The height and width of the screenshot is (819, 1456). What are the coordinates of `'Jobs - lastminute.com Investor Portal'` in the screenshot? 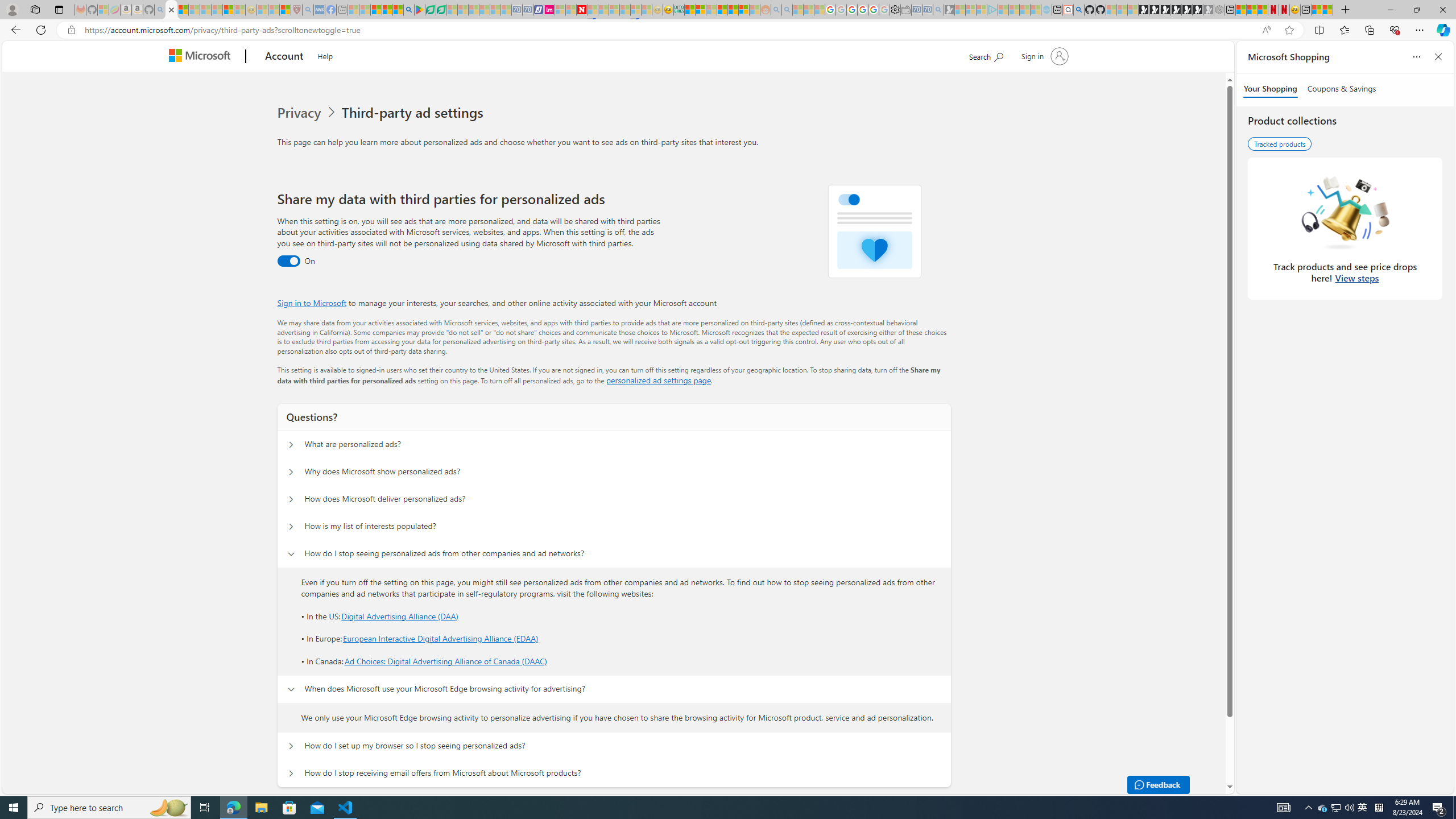 It's located at (549, 9).